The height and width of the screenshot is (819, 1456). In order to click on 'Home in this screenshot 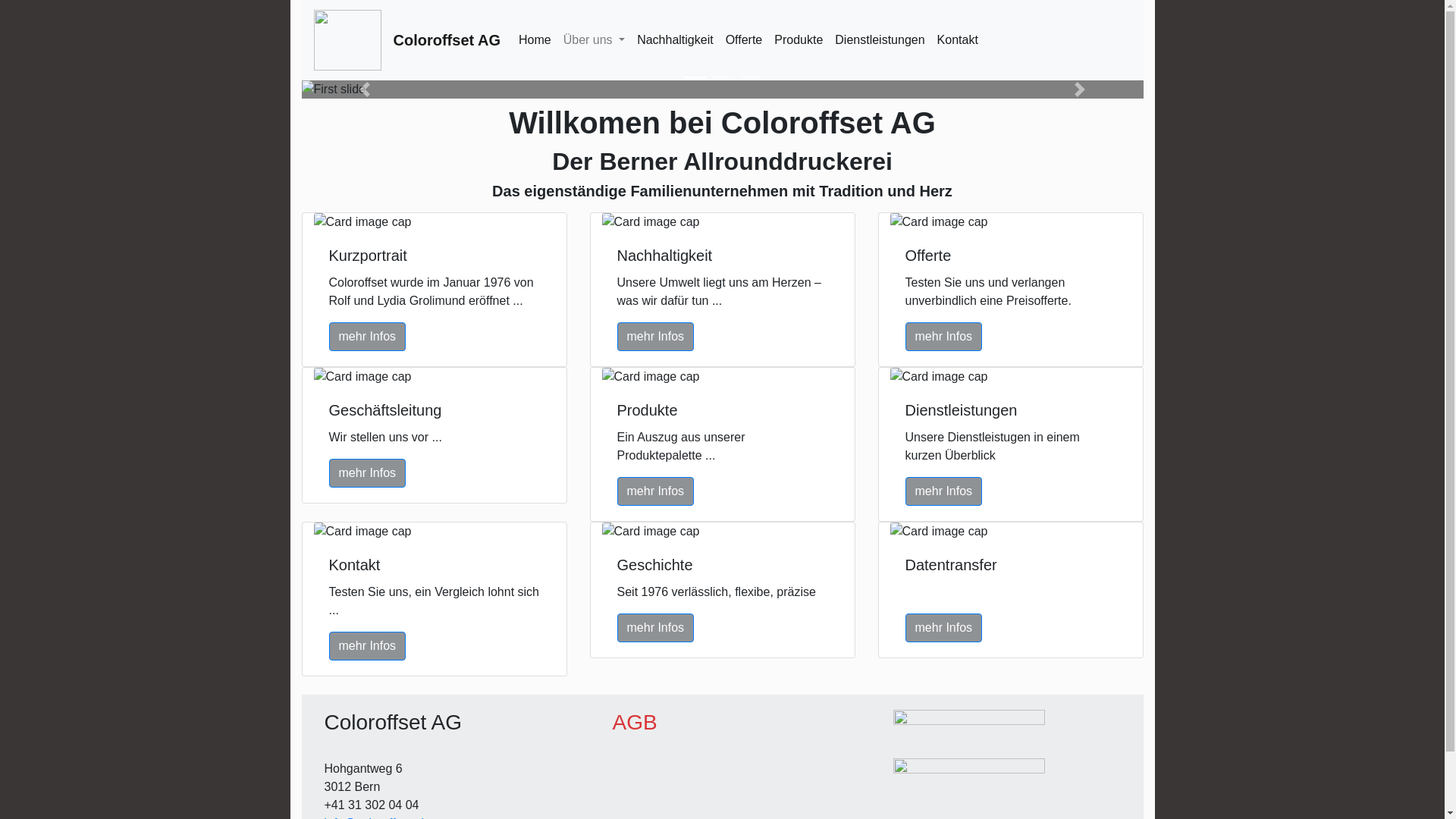, I will do `click(535, 39)`.